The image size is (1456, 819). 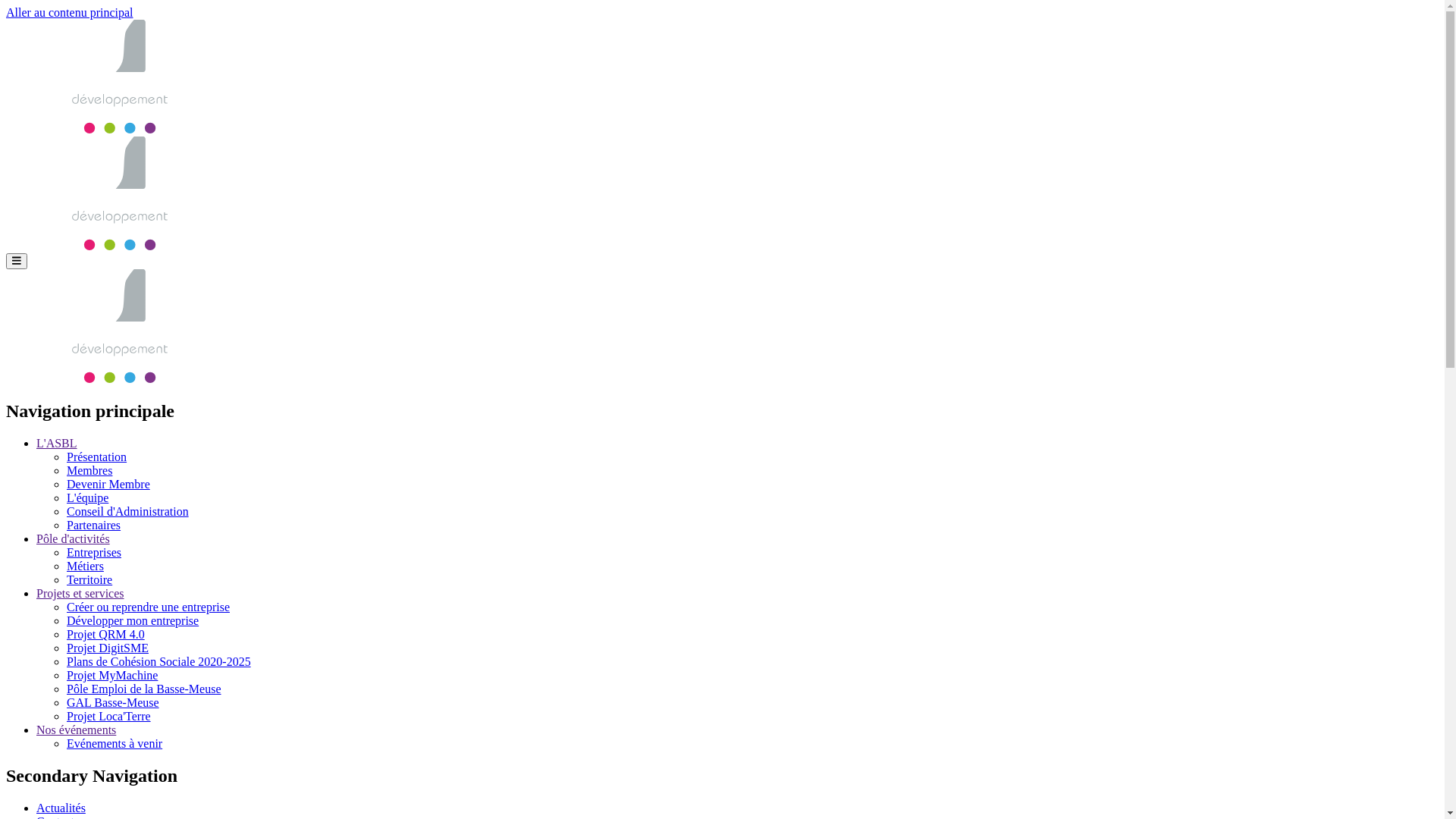 What do you see at coordinates (89, 579) in the screenshot?
I see `'Territoire'` at bounding box center [89, 579].